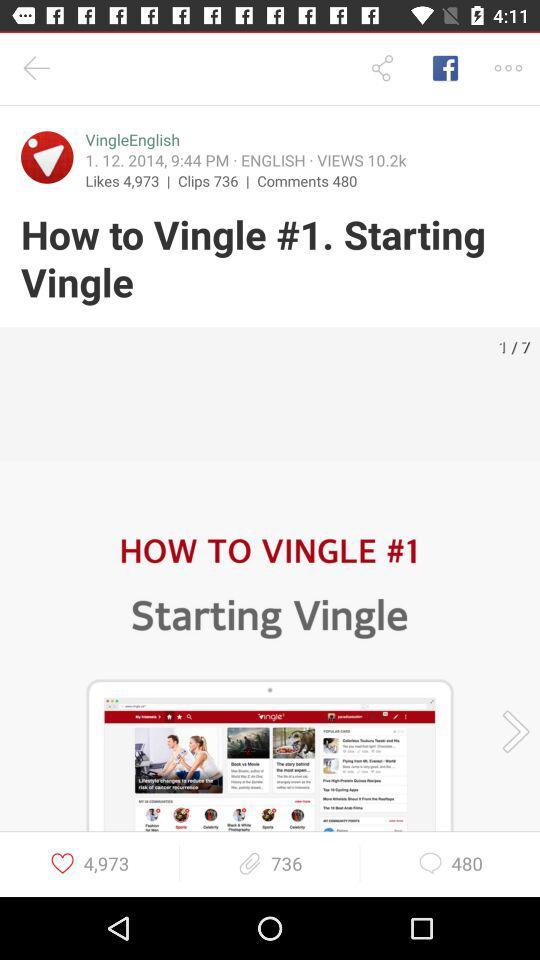 This screenshot has width=540, height=960. I want to click on the item next to vingleenglish, so click(47, 156).